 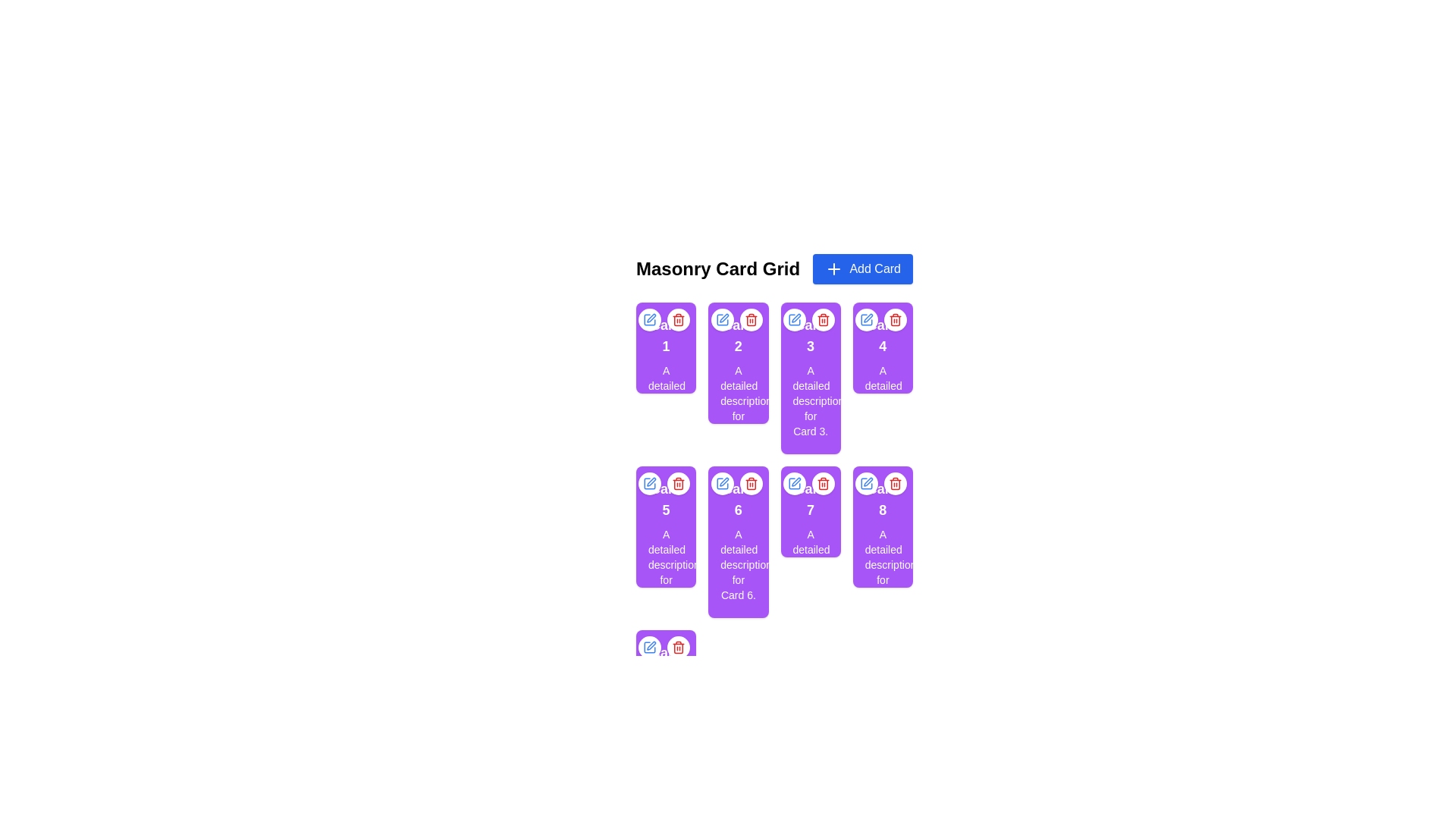 What do you see at coordinates (721, 483) in the screenshot?
I see `the blue square with rounded corners that forms the frame of the pen icon located at the top-left corner of the card labeled '6'` at bounding box center [721, 483].